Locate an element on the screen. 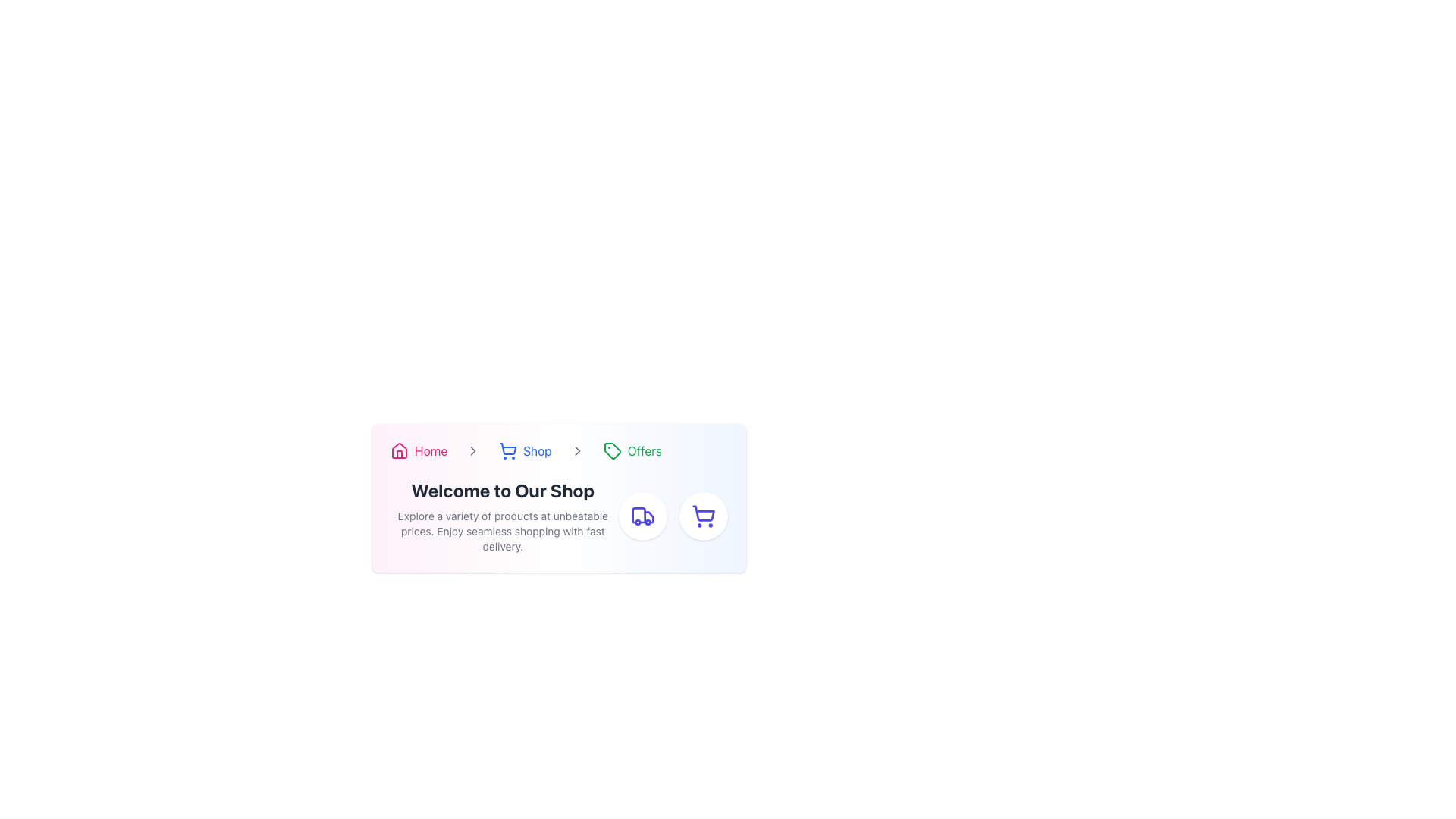 This screenshot has height=819, width=1456. the 'Shop' link in the breadcrumb navigation bar is located at coordinates (525, 450).